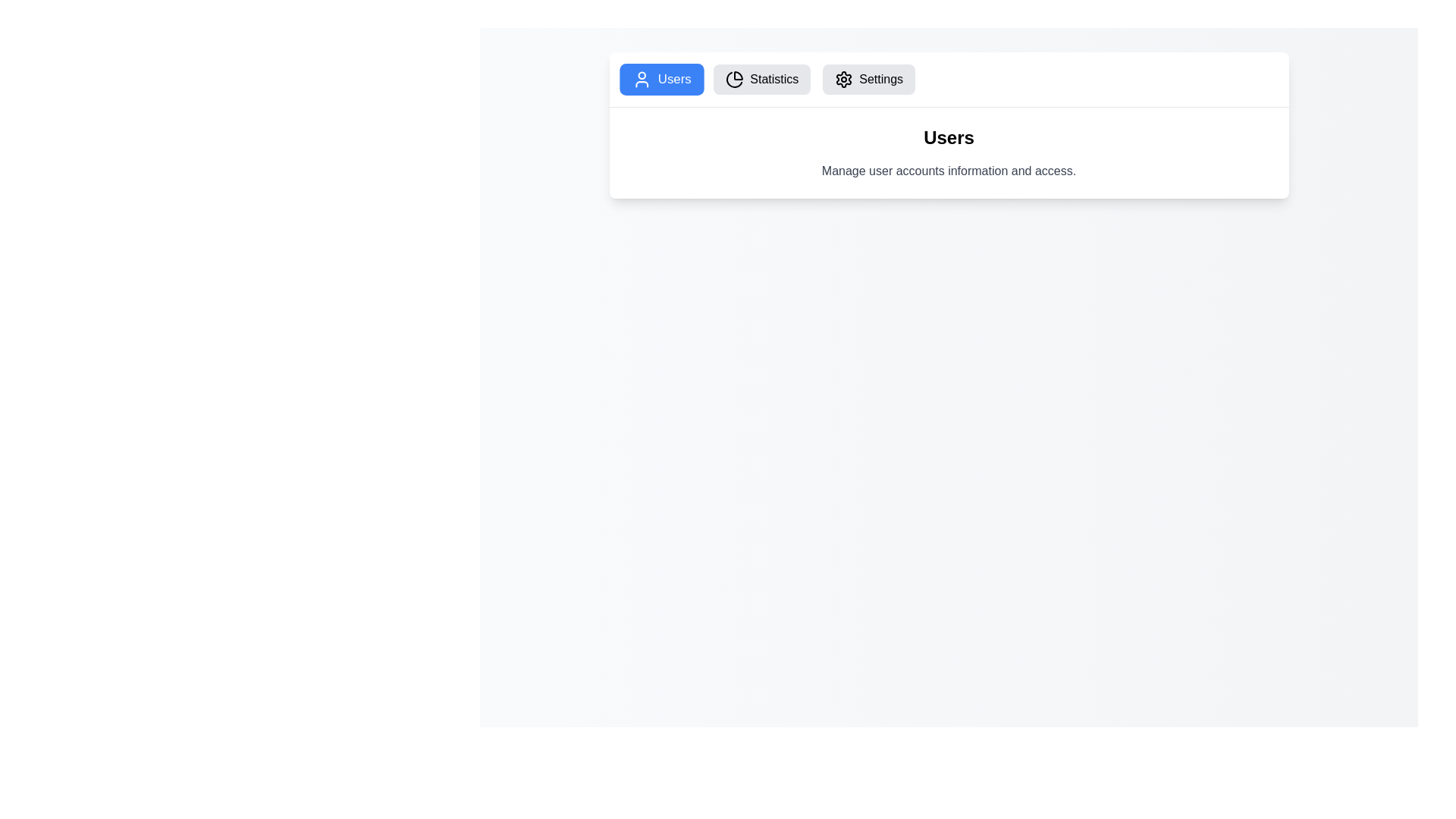  What do you see at coordinates (661, 79) in the screenshot?
I see `the bright blue 'Users' button with white text and a user silhouette icon` at bounding box center [661, 79].